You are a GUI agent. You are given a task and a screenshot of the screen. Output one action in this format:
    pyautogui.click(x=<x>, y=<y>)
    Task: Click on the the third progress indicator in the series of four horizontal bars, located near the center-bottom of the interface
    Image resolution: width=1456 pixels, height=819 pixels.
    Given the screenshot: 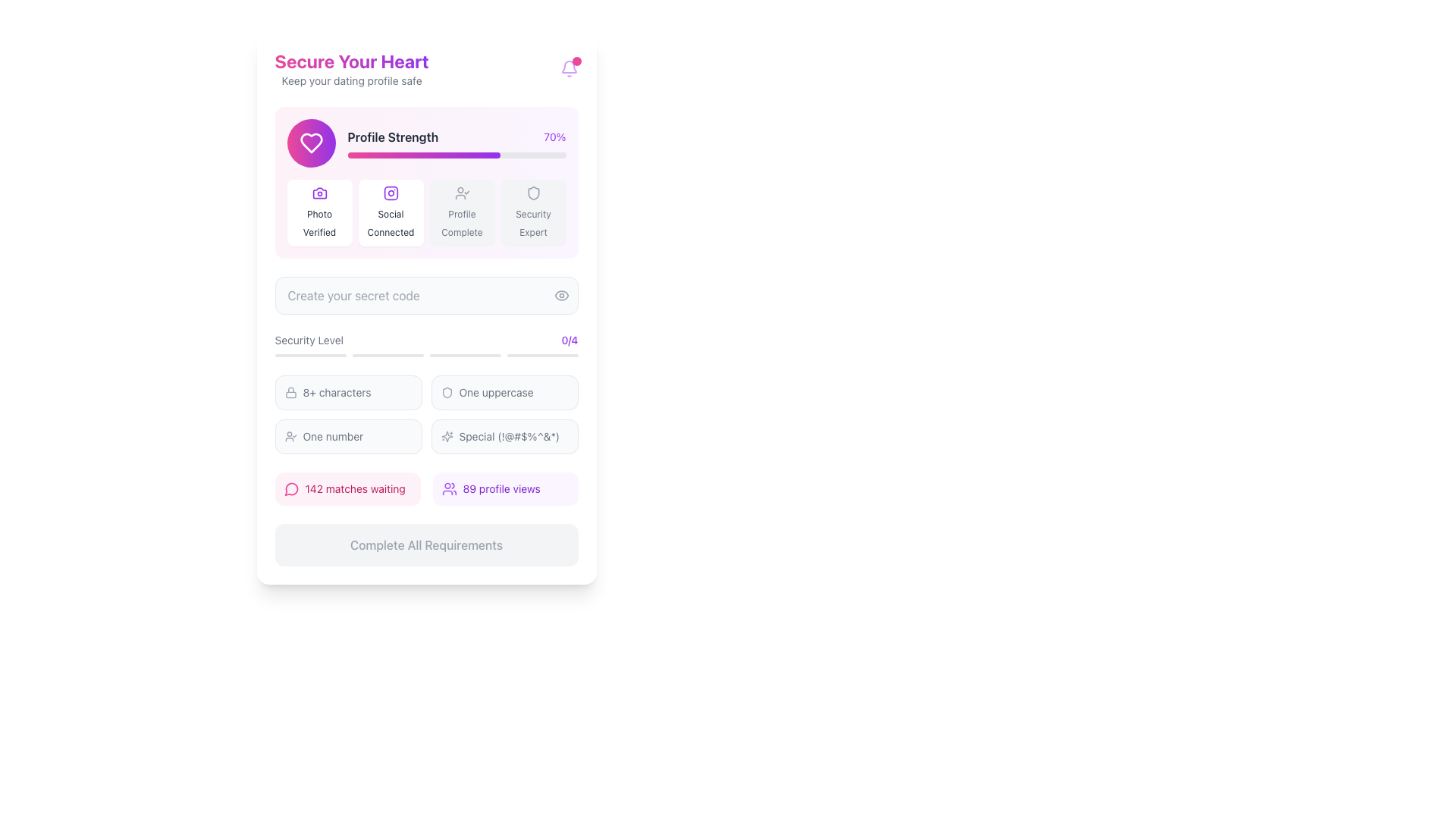 What is the action you would take?
    pyautogui.click(x=464, y=356)
    